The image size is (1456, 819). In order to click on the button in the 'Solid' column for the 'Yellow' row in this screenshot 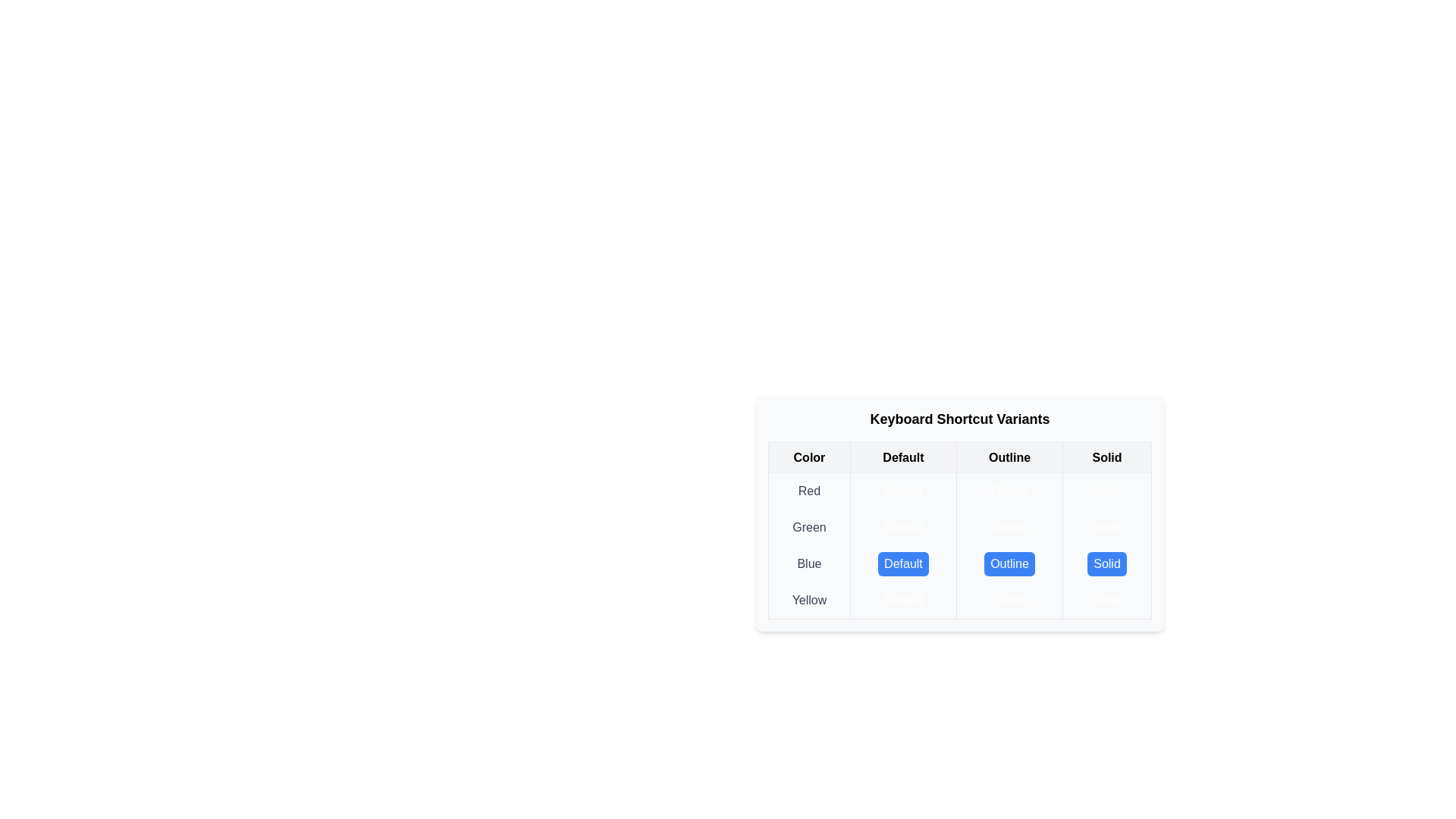, I will do `click(1106, 599)`.